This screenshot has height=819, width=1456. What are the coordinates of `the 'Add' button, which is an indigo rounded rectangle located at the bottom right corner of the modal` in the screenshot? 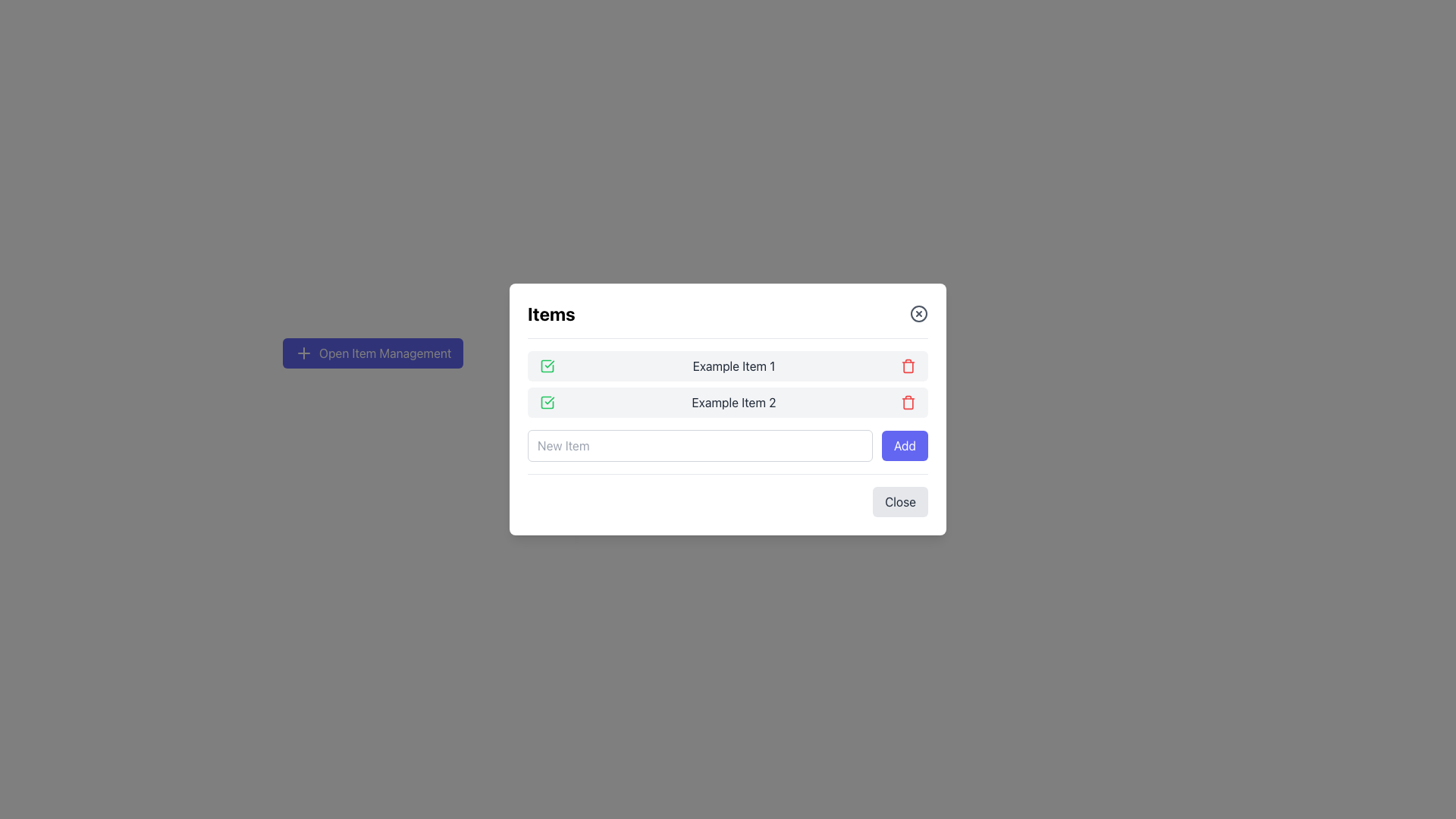 It's located at (905, 444).